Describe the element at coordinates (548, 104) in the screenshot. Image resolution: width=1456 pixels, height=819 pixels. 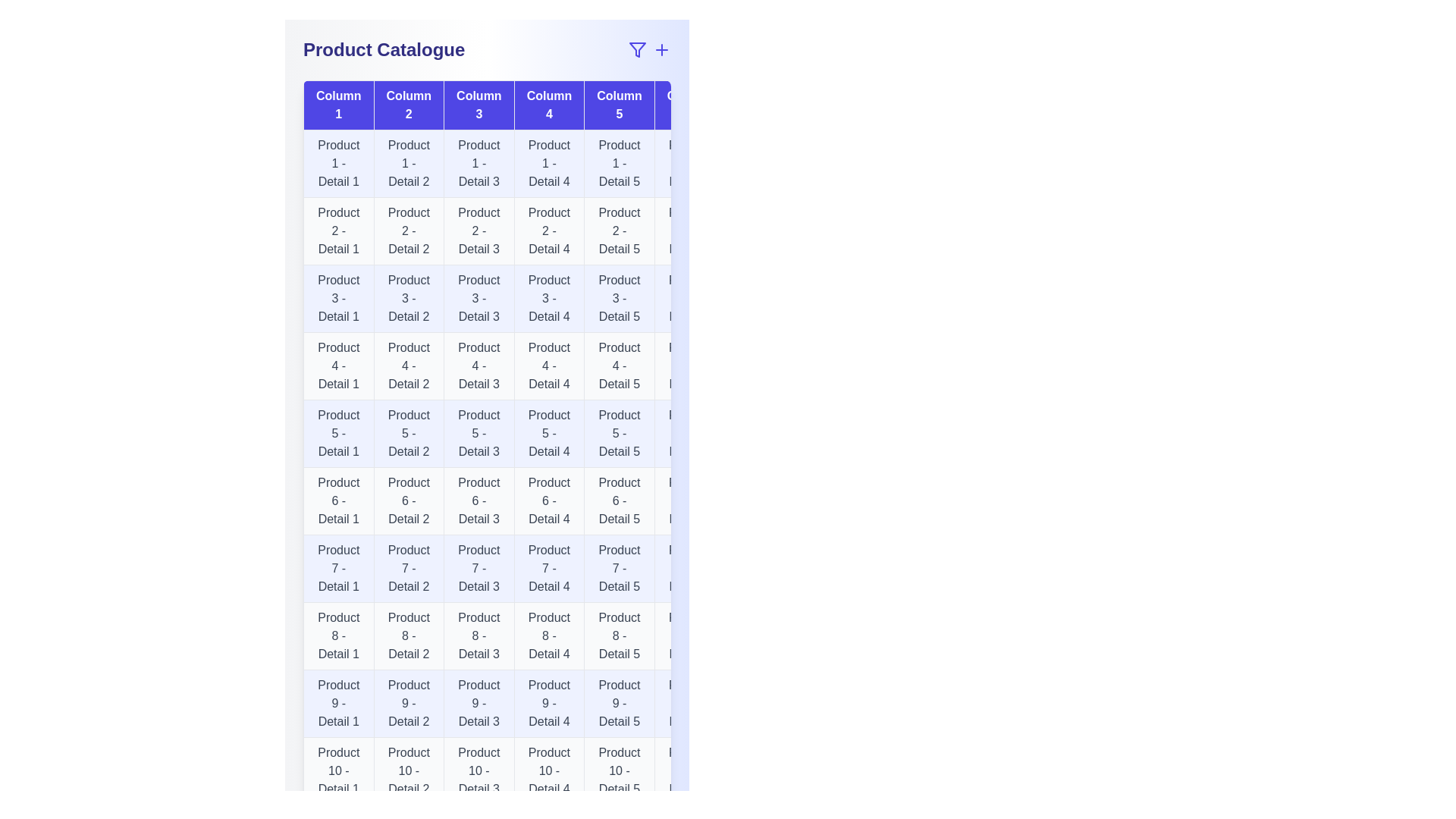
I see `the header of column Column 4 to sort the table by that column` at that location.